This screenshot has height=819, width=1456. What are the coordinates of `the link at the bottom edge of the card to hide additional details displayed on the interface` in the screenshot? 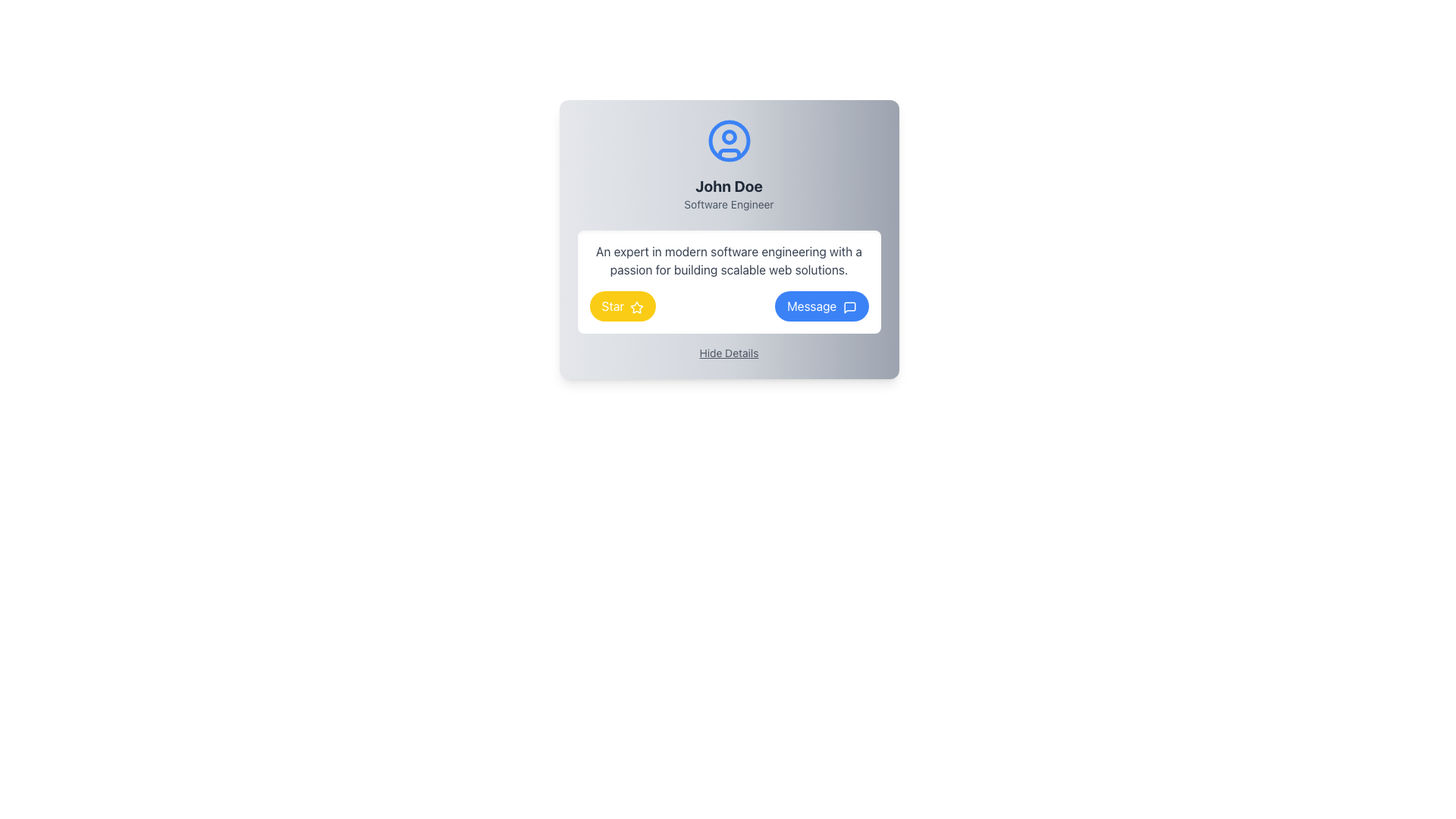 It's located at (729, 353).